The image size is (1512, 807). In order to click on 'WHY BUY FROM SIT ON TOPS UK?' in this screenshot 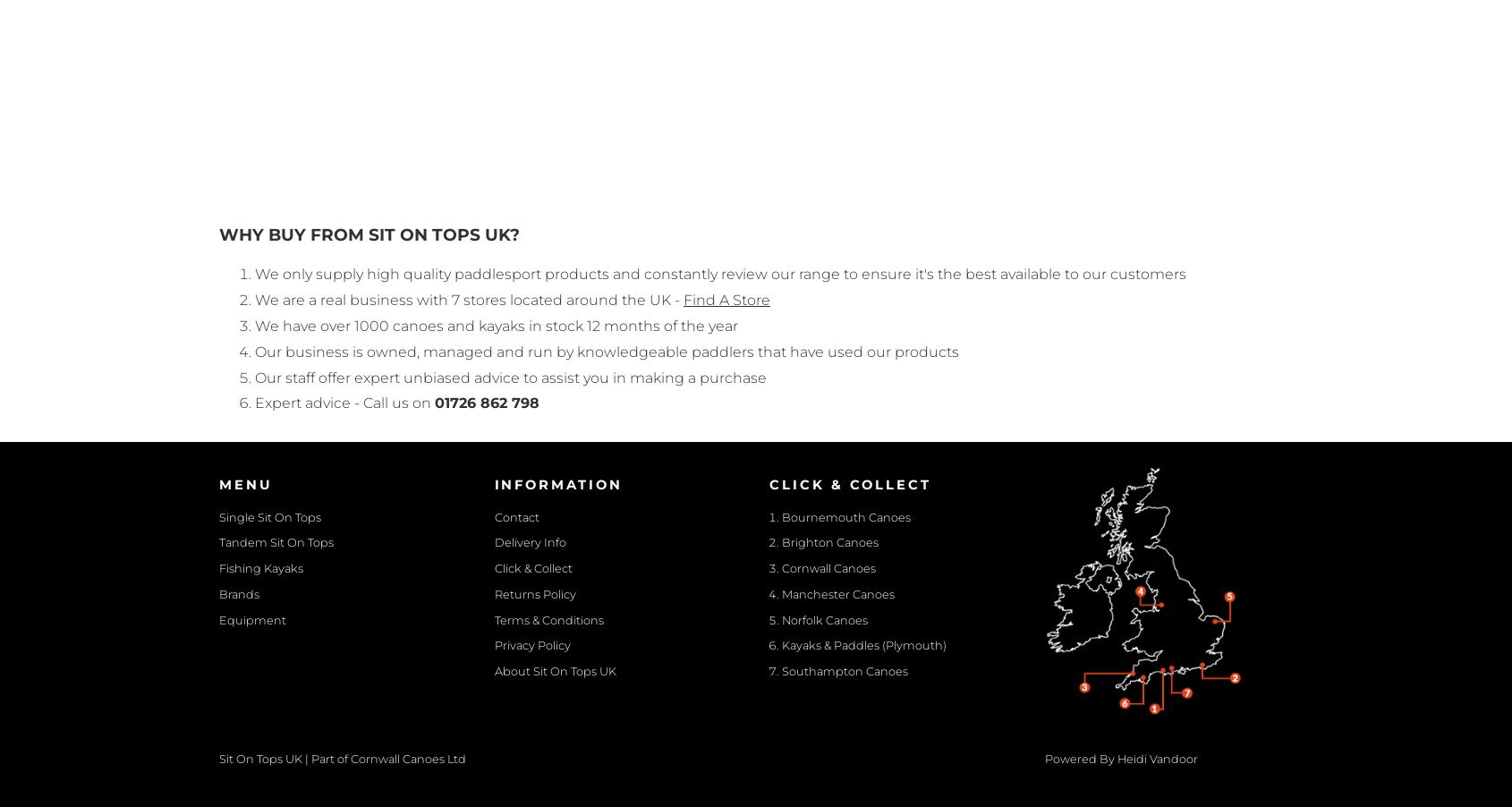, I will do `click(369, 234)`.